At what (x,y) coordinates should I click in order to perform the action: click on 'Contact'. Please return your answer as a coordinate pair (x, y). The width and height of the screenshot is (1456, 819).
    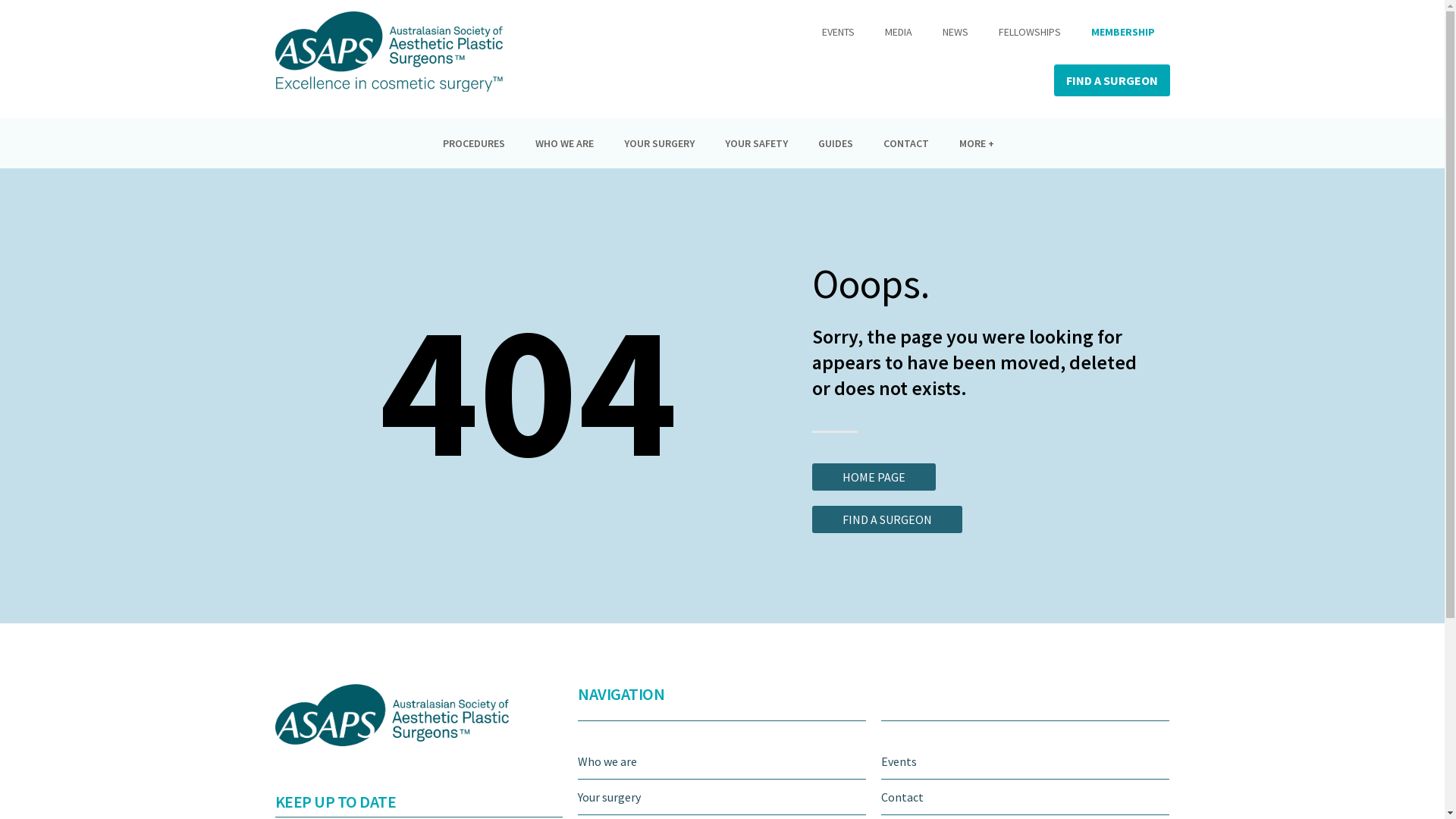
    Looking at the image, I should click on (1025, 796).